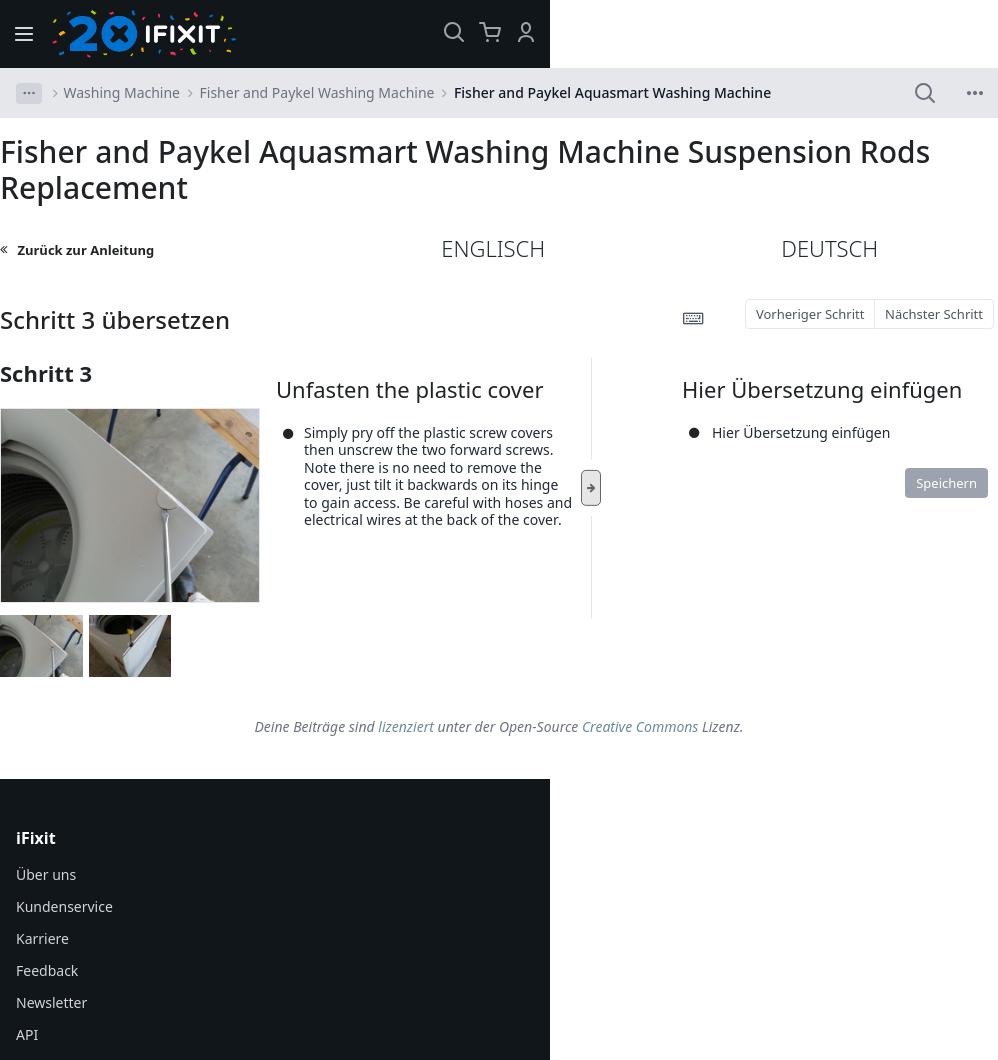 The height and width of the screenshot is (1060, 998). Describe the element at coordinates (303, 474) in the screenshot. I see `'Simply pry off the plastic screw covers then unscrew the two forward screws. Note there is no need to remove the cover, just tilt it backwards on its hinge to gain access. Be careful with hoses and electrical wires at the back of the cover.'` at that location.